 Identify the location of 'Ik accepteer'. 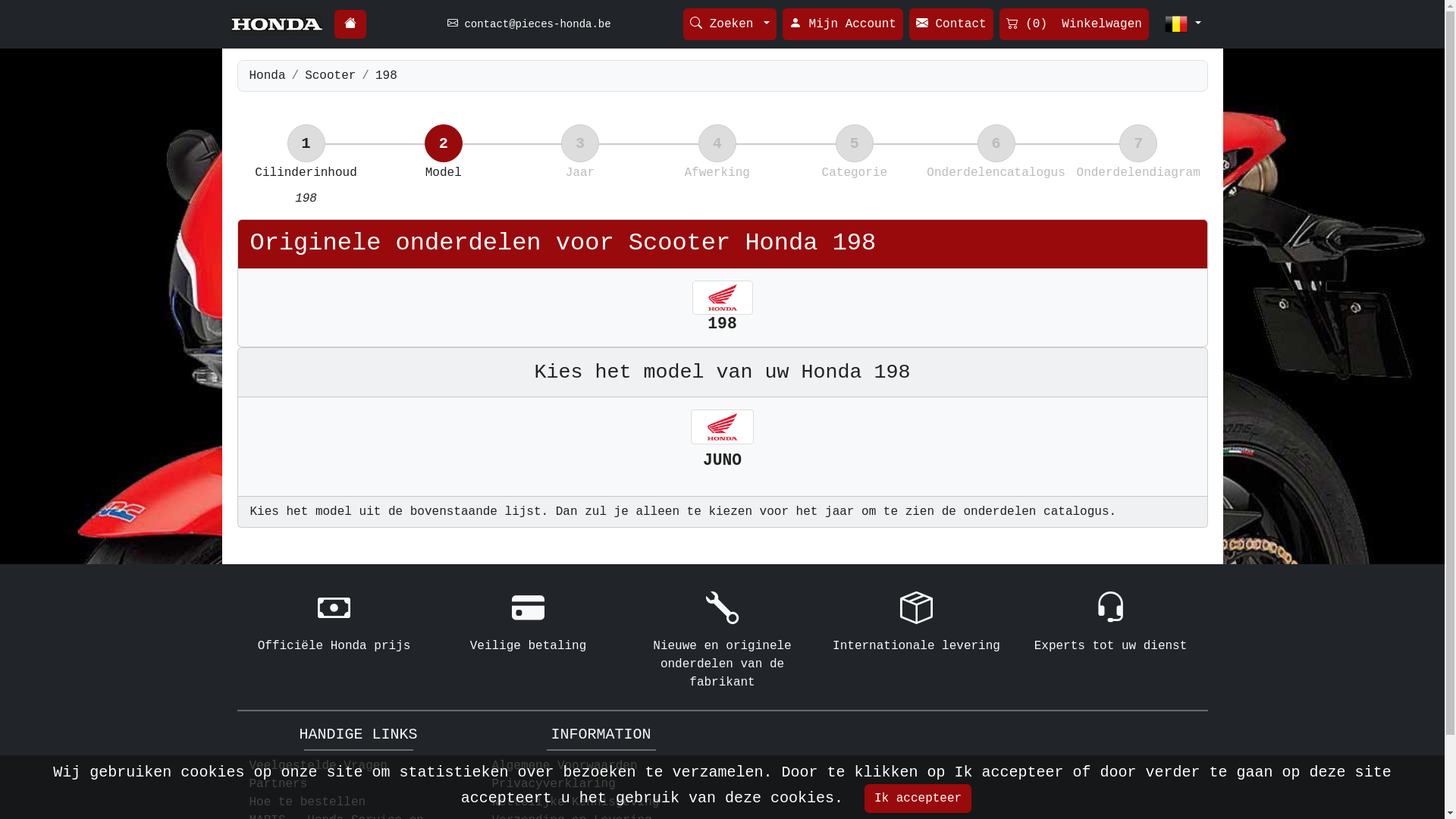
(917, 798).